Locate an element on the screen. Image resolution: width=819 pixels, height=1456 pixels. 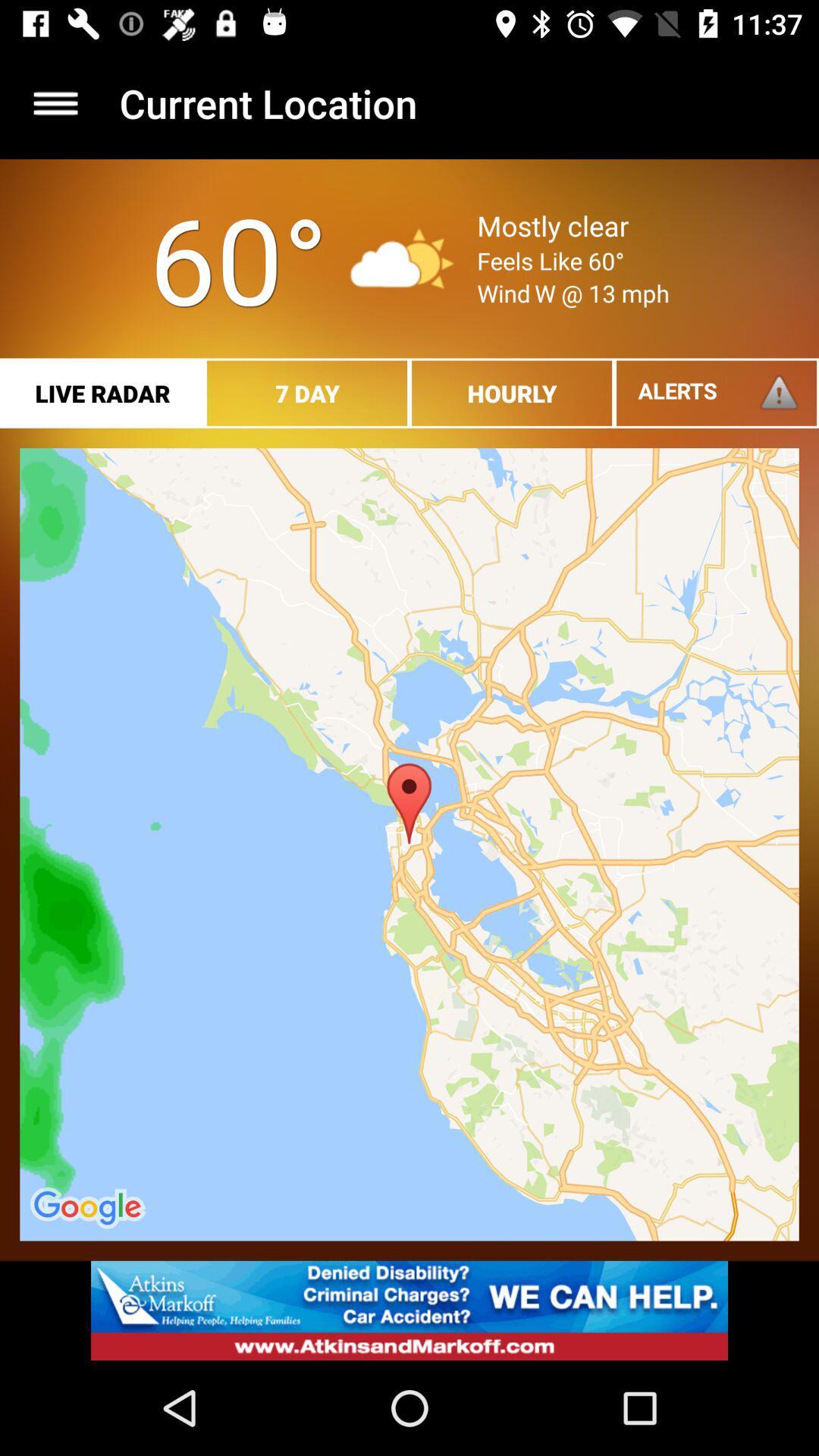
the menu icon is located at coordinates (55, 102).